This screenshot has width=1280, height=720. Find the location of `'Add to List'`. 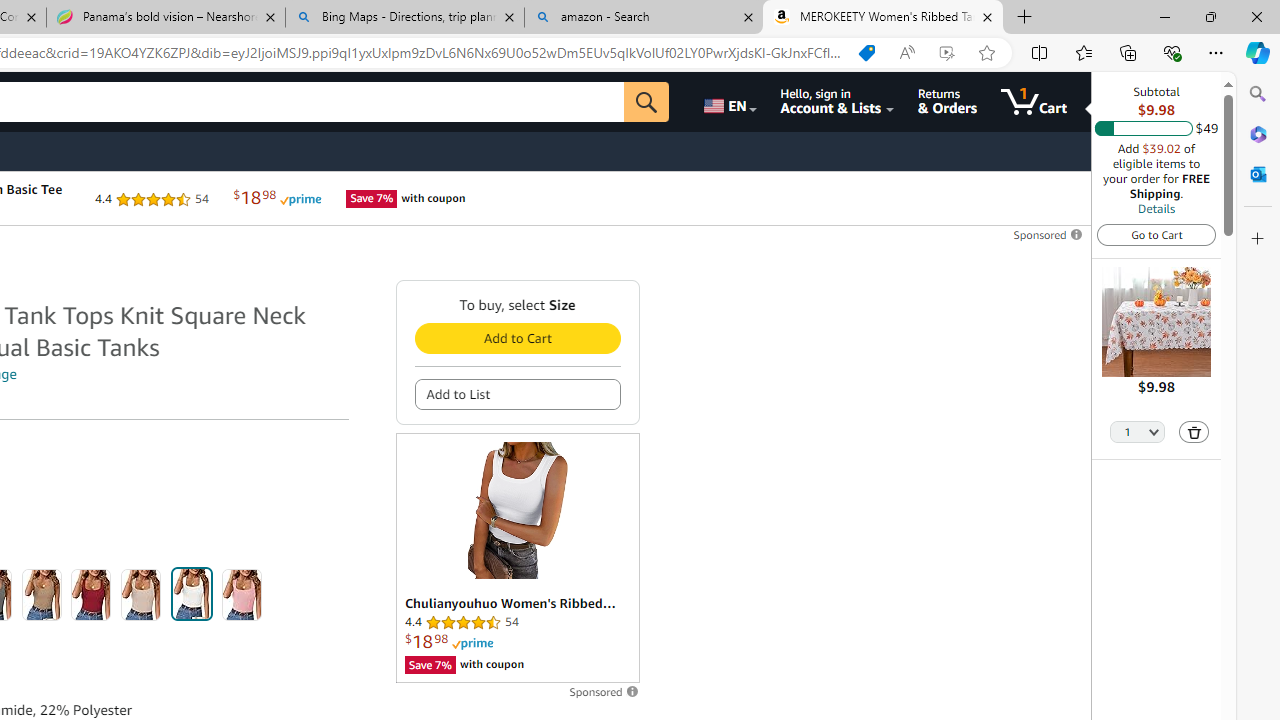

'Add to List' is located at coordinates (517, 394).